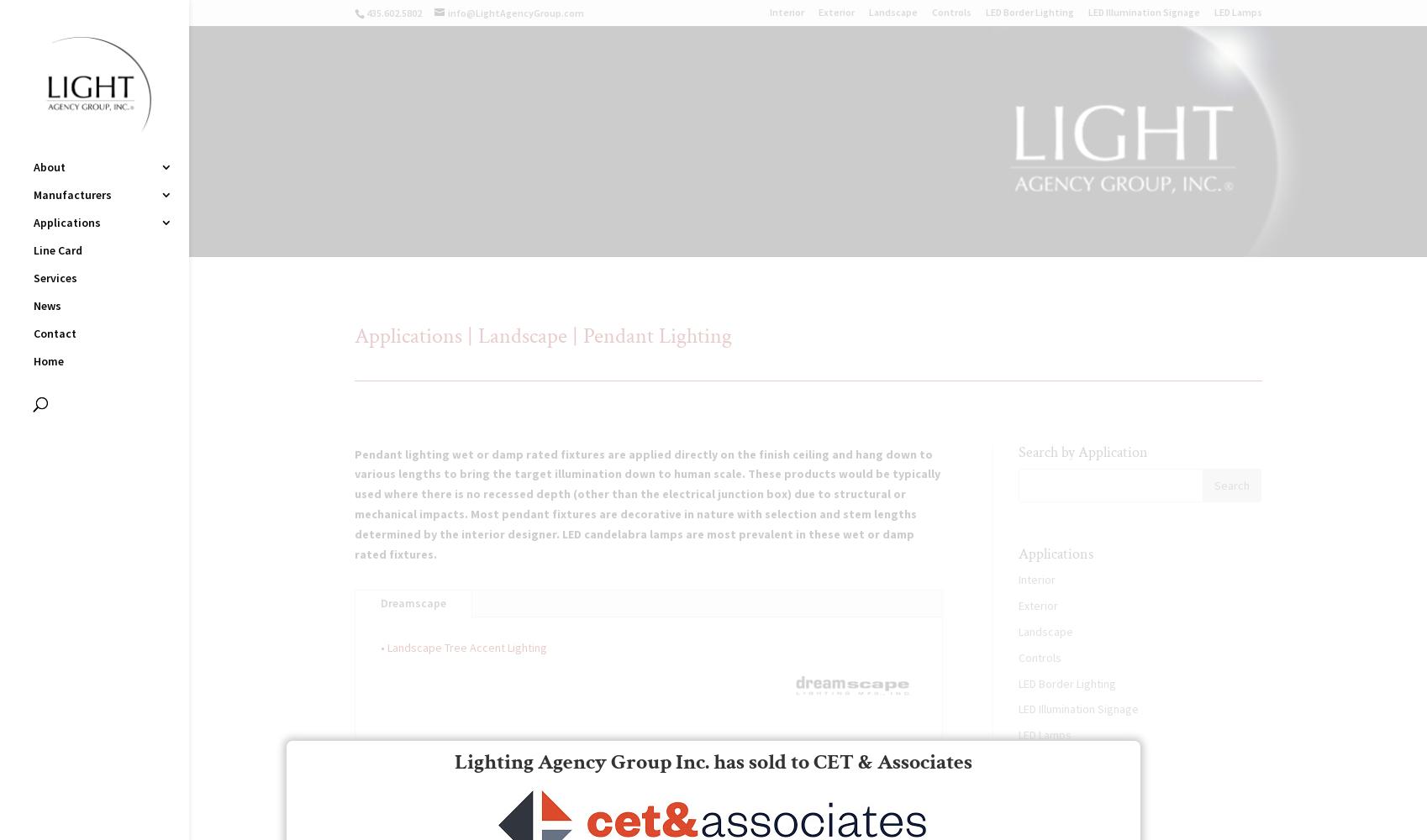 The width and height of the screenshot is (1427, 840). I want to click on 'Mojo Illumination', so click(224, 363).